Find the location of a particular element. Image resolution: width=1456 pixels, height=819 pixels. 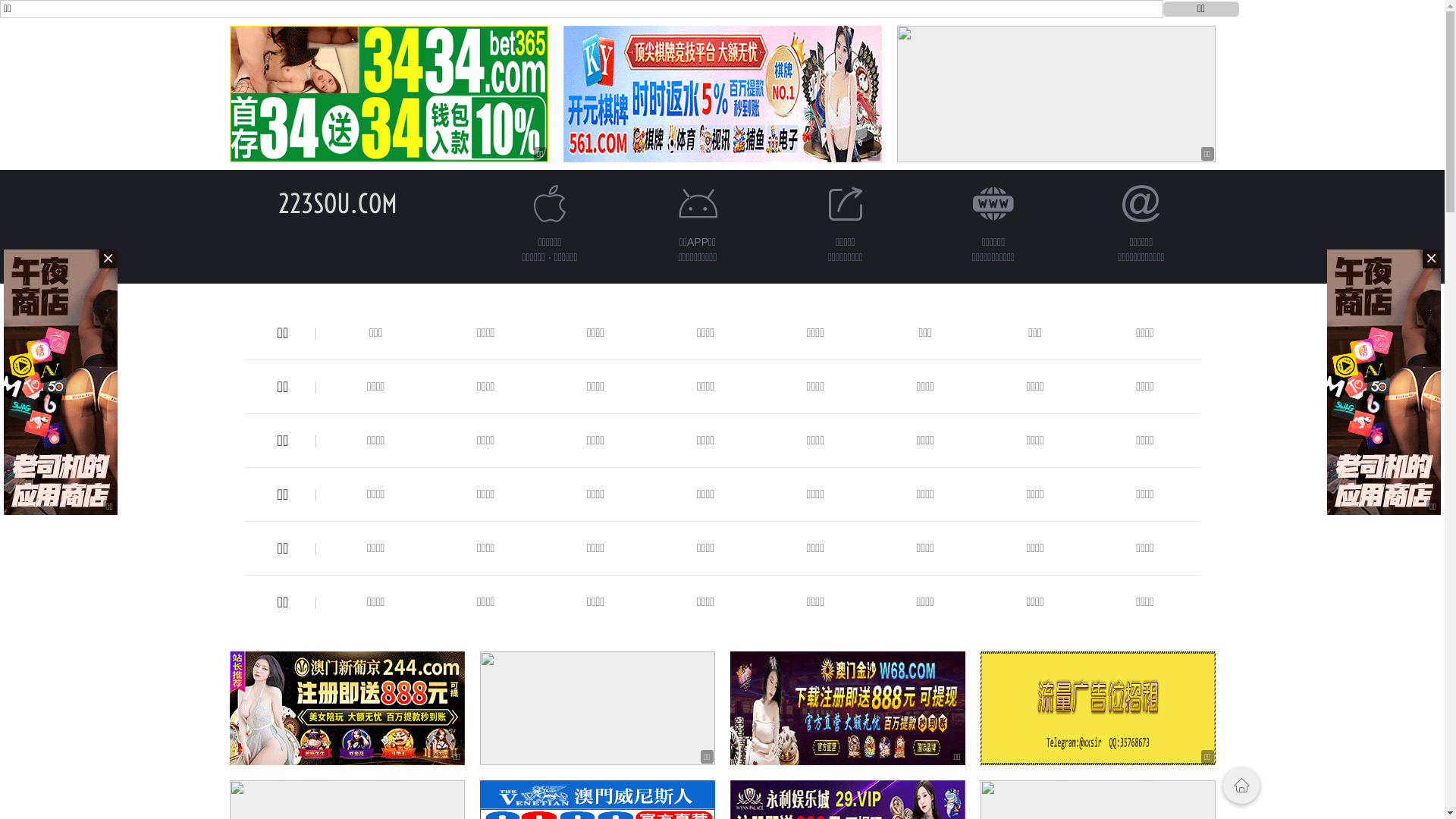

'223SOU.COM' is located at coordinates (337, 202).